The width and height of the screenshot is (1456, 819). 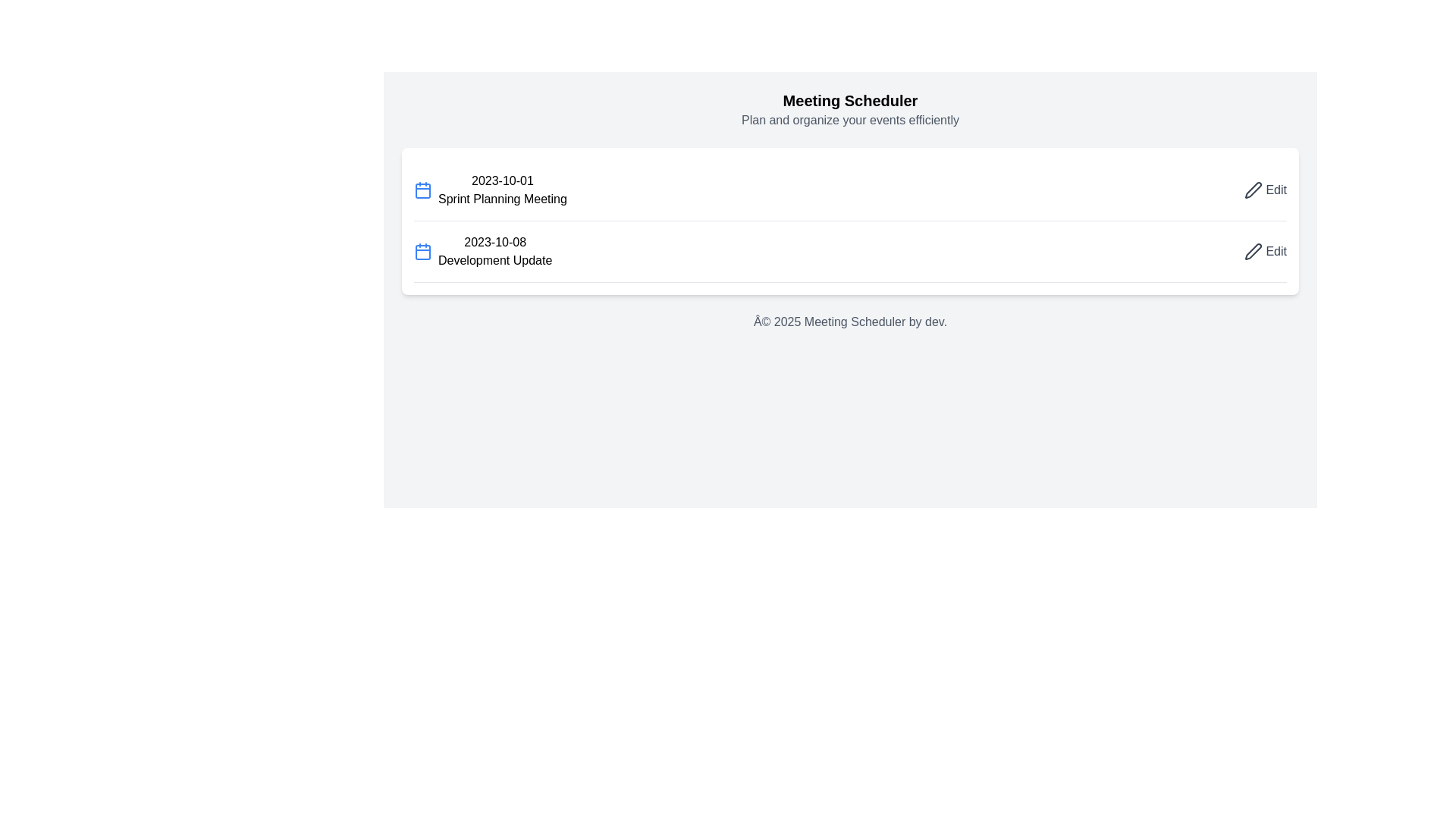 What do you see at coordinates (1254, 189) in the screenshot?
I see `the pen-shaped icon with a thin outline, located to the right of the first meeting entry row and near the 'Edit' label` at bounding box center [1254, 189].